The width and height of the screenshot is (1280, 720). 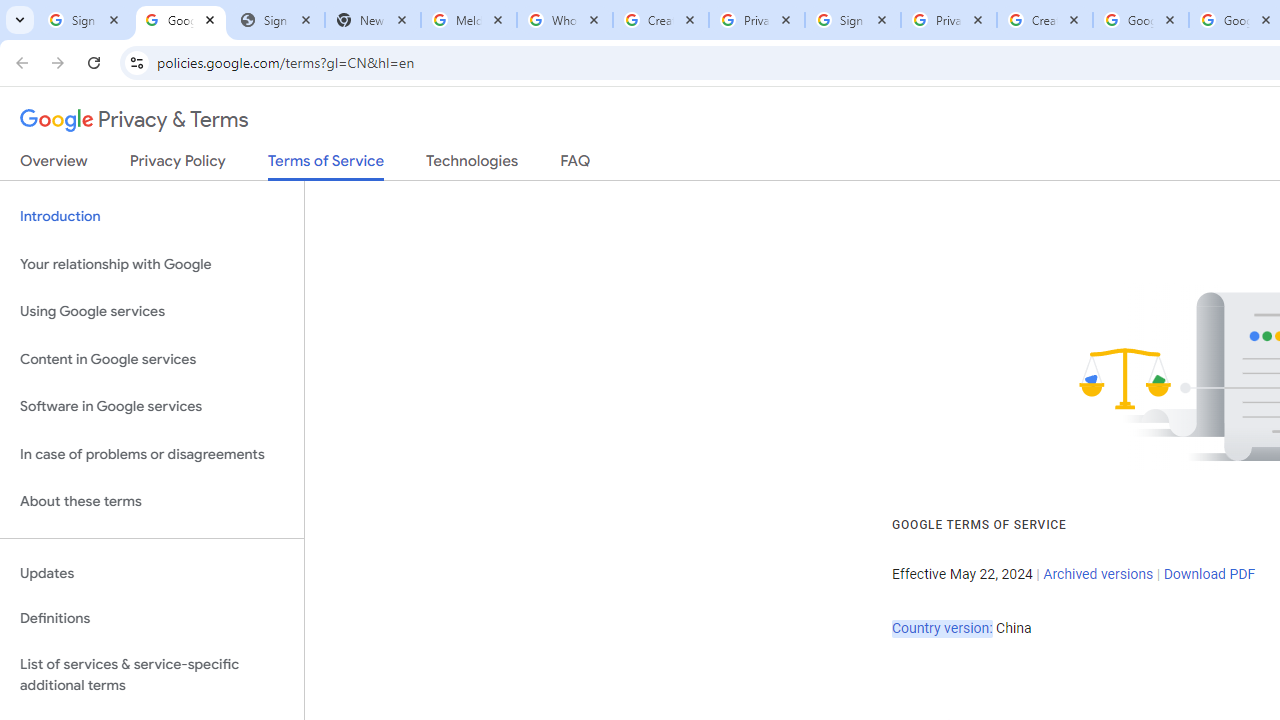 What do you see at coordinates (151, 406) in the screenshot?
I see `'Software in Google services'` at bounding box center [151, 406].